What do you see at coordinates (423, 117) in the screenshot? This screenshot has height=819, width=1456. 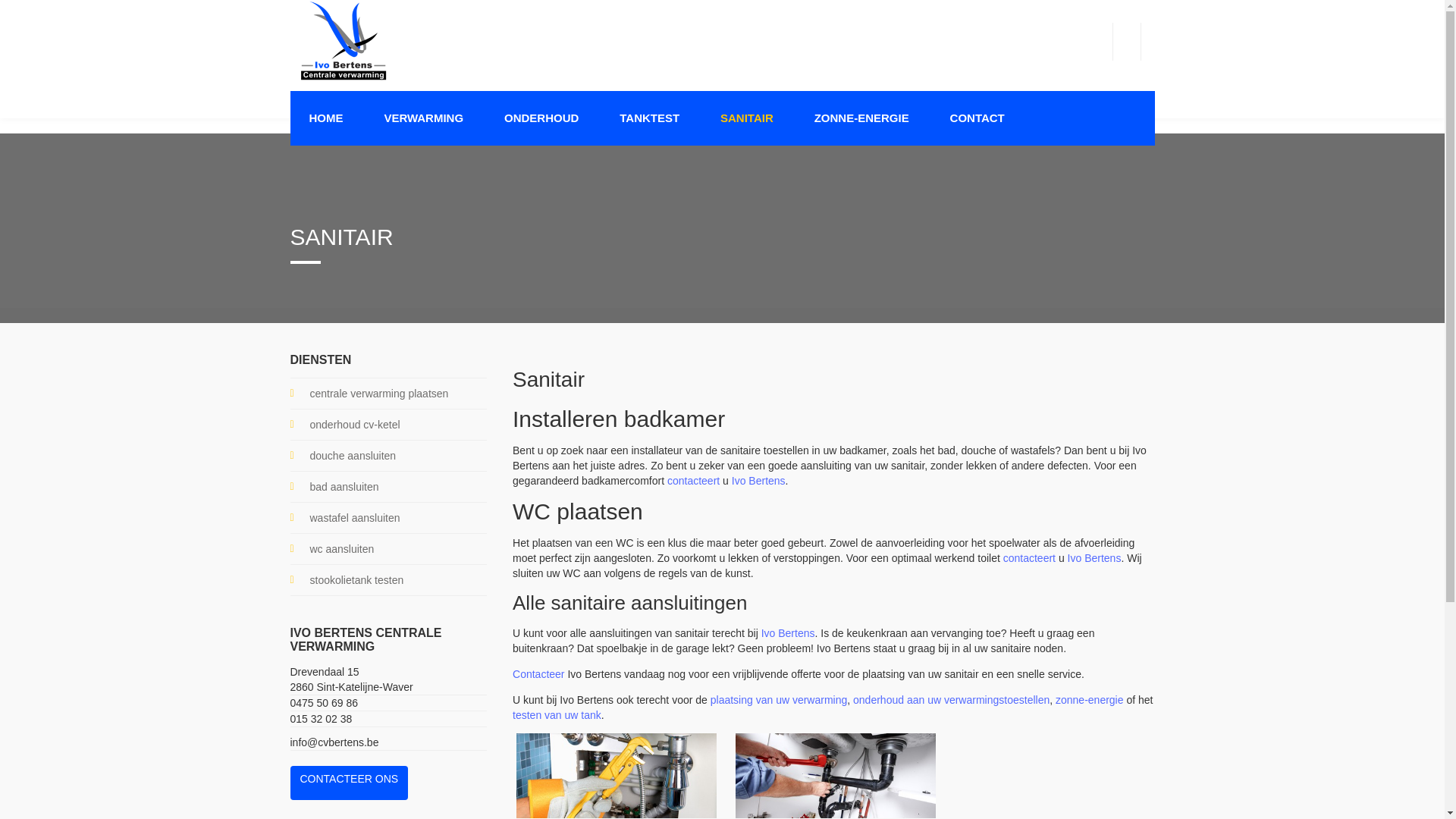 I see `'VERWARMING'` at bounding box center [423, 117].